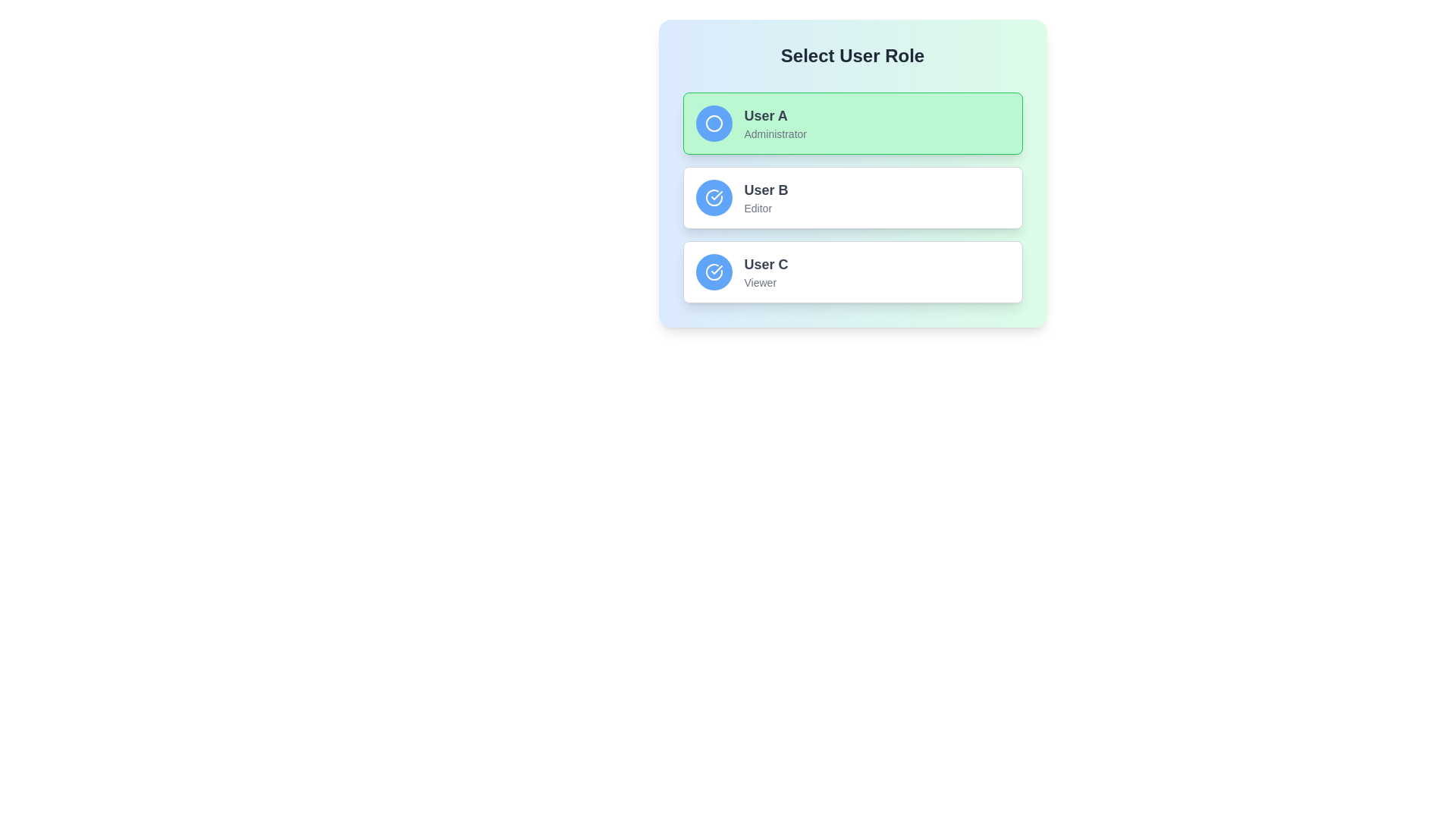 The image size is (1456, 819). I want to click on text displayed in the Text Display element that shows 'User B' as an 'Editor', located within the user role card, so click(766, 197).